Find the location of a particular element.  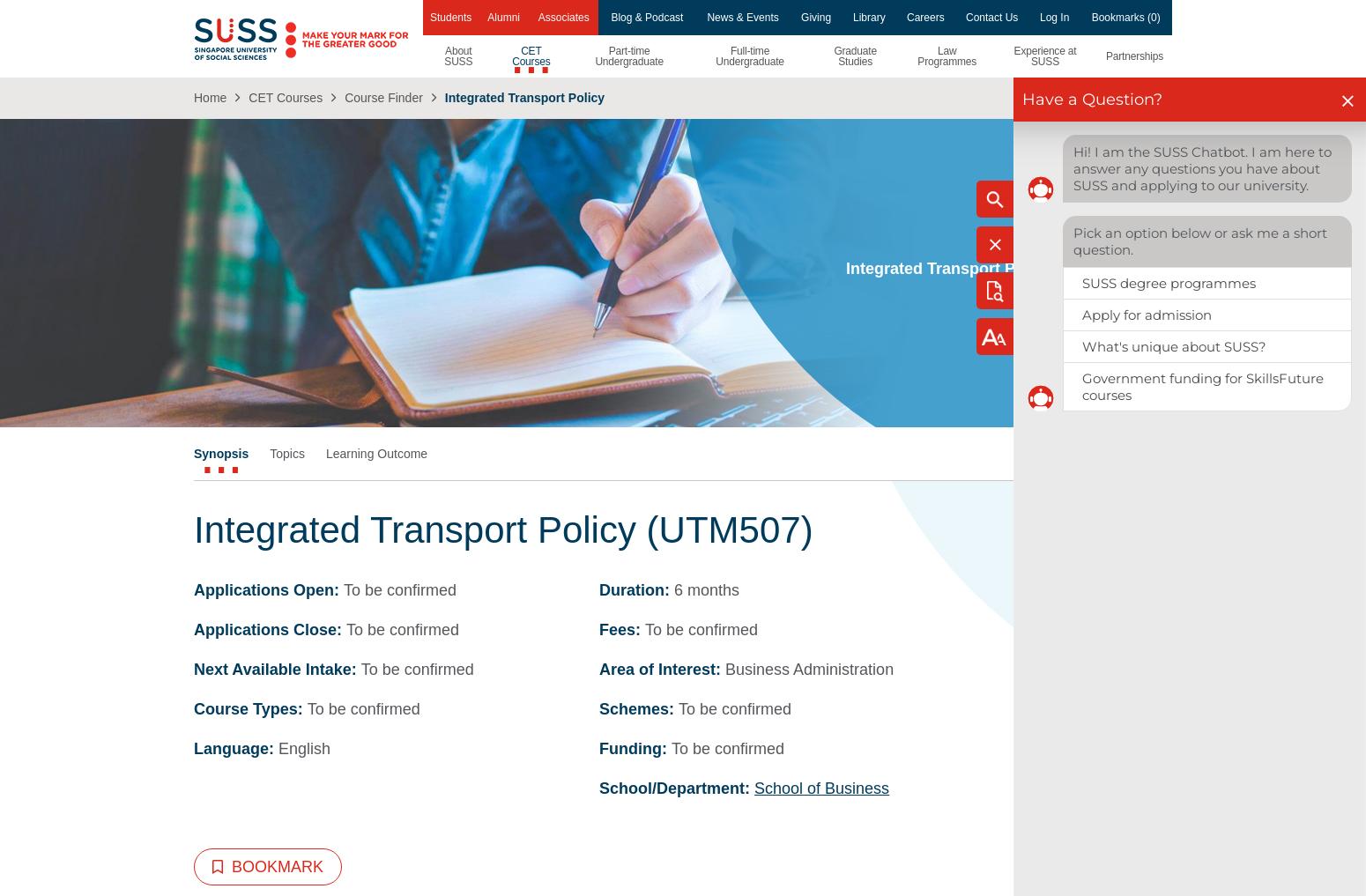

'Course Finder' is located at coordinates (382, 97).